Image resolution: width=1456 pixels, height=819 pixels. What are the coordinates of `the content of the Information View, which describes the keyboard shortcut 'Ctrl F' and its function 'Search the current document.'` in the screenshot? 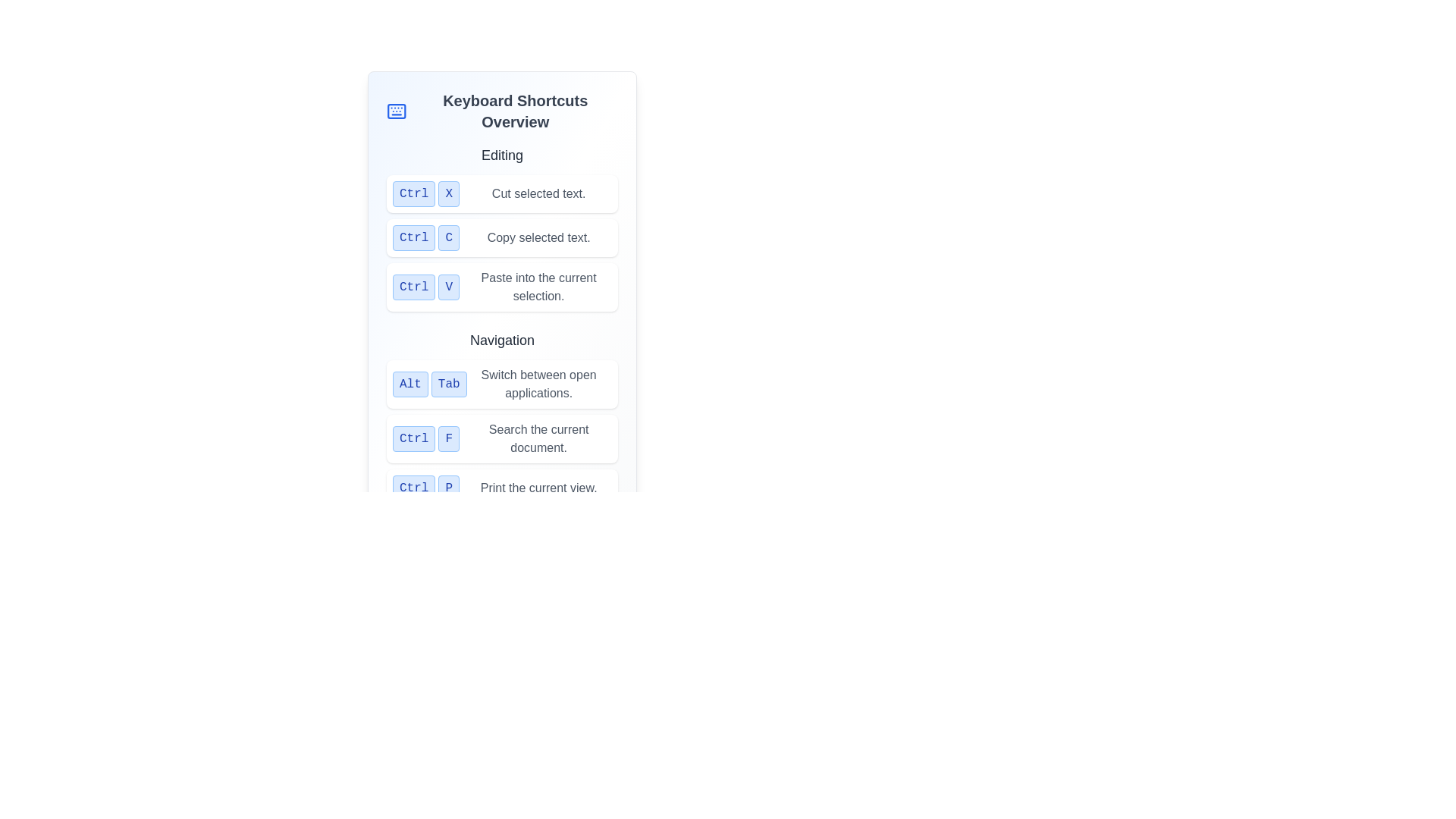 It's located at (502, 433).